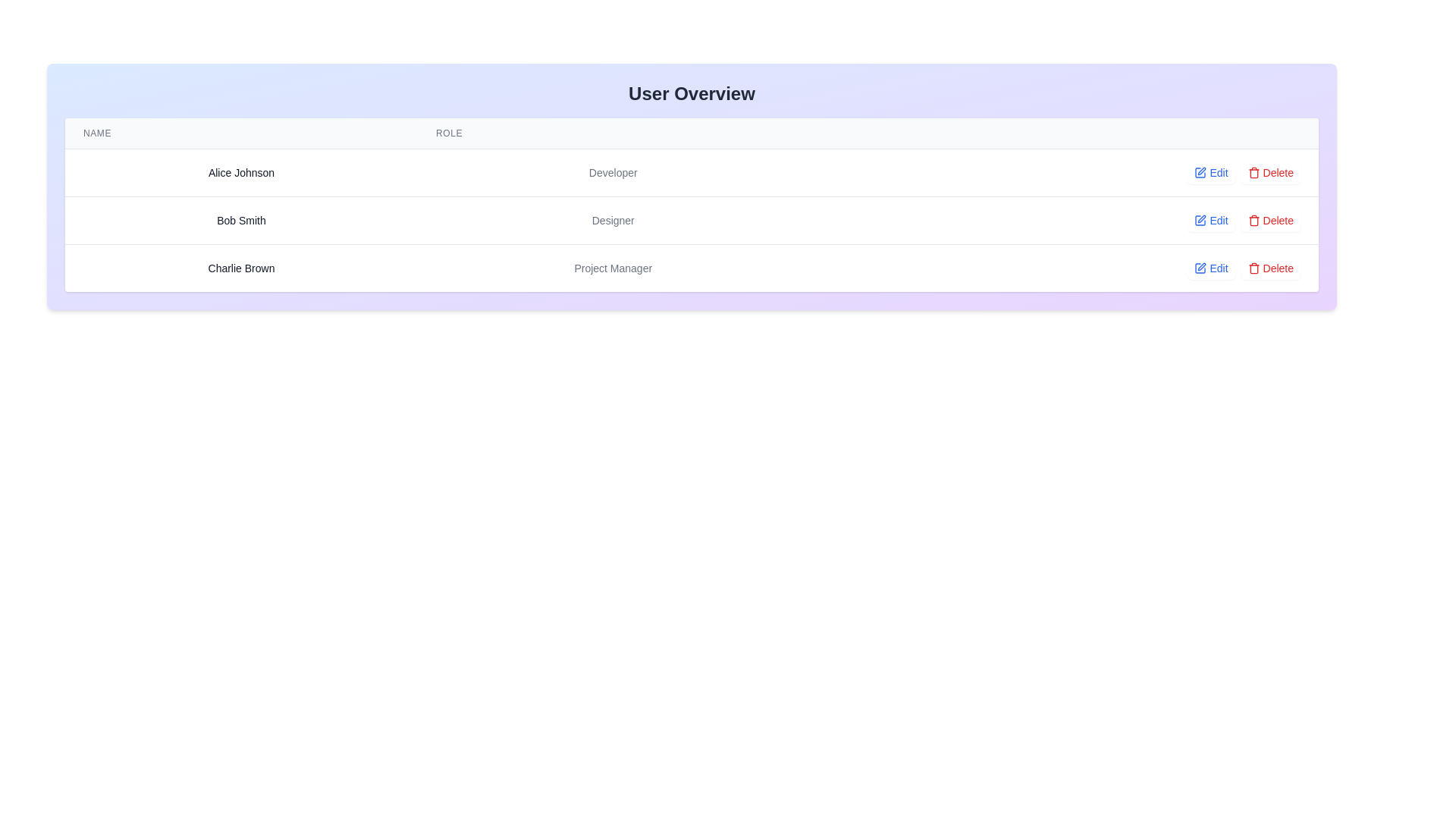  Describe the element at coordinates (1062, 220) in the screenshot. I see `the 'Delete' button, which is visually distinct with red text, located on the right side of the row containing user information 'Bob Smith' and 'Designer'` at that location.